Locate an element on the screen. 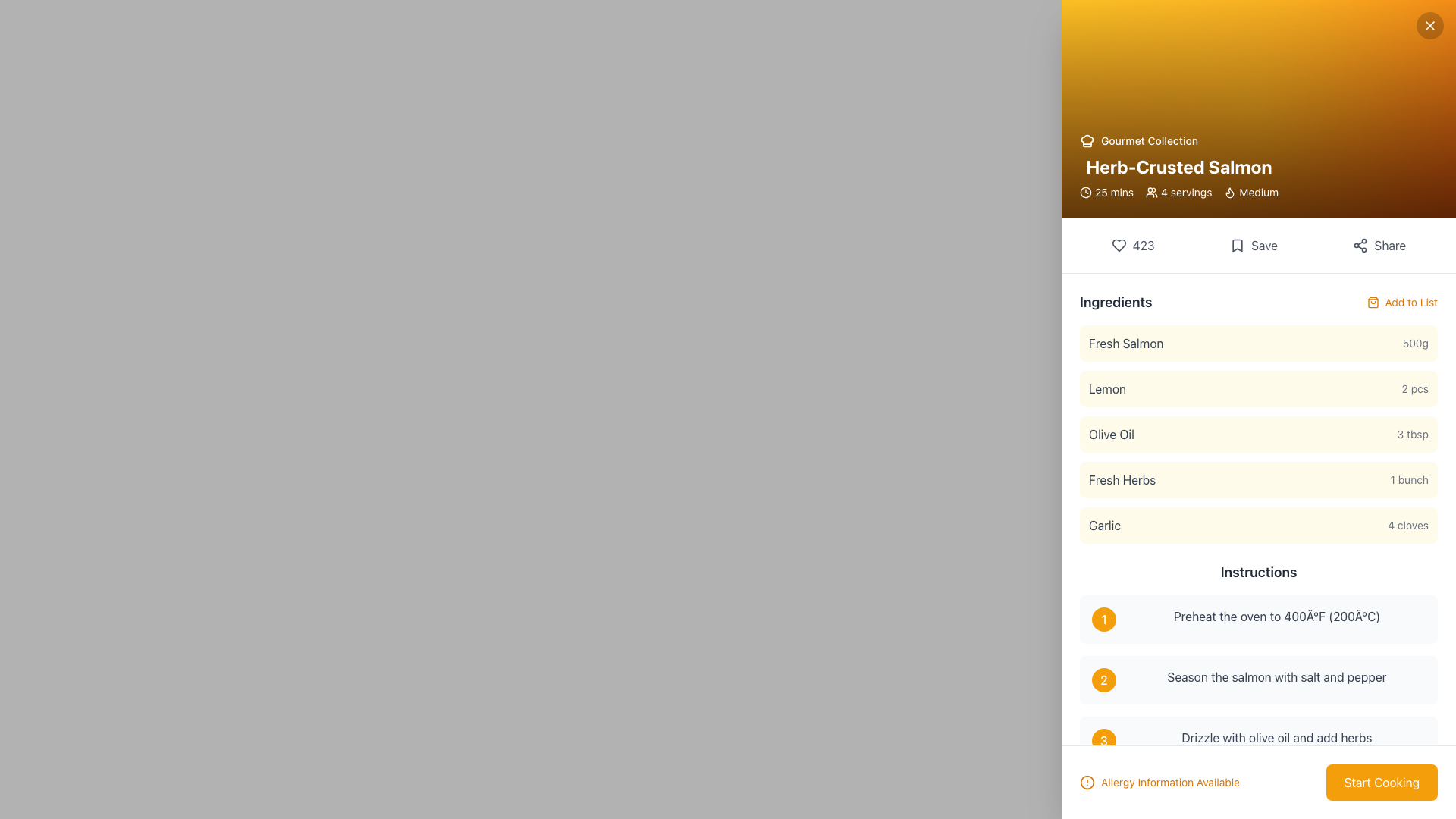 This screenshot has width=1456, height=819. the 'Save' text label, which is part of an interactive button-like component that includes a bookmark icon to its left and a 'Share' button to its right, located near the center-right of the toolbar is located at coordinates (1264, 245).